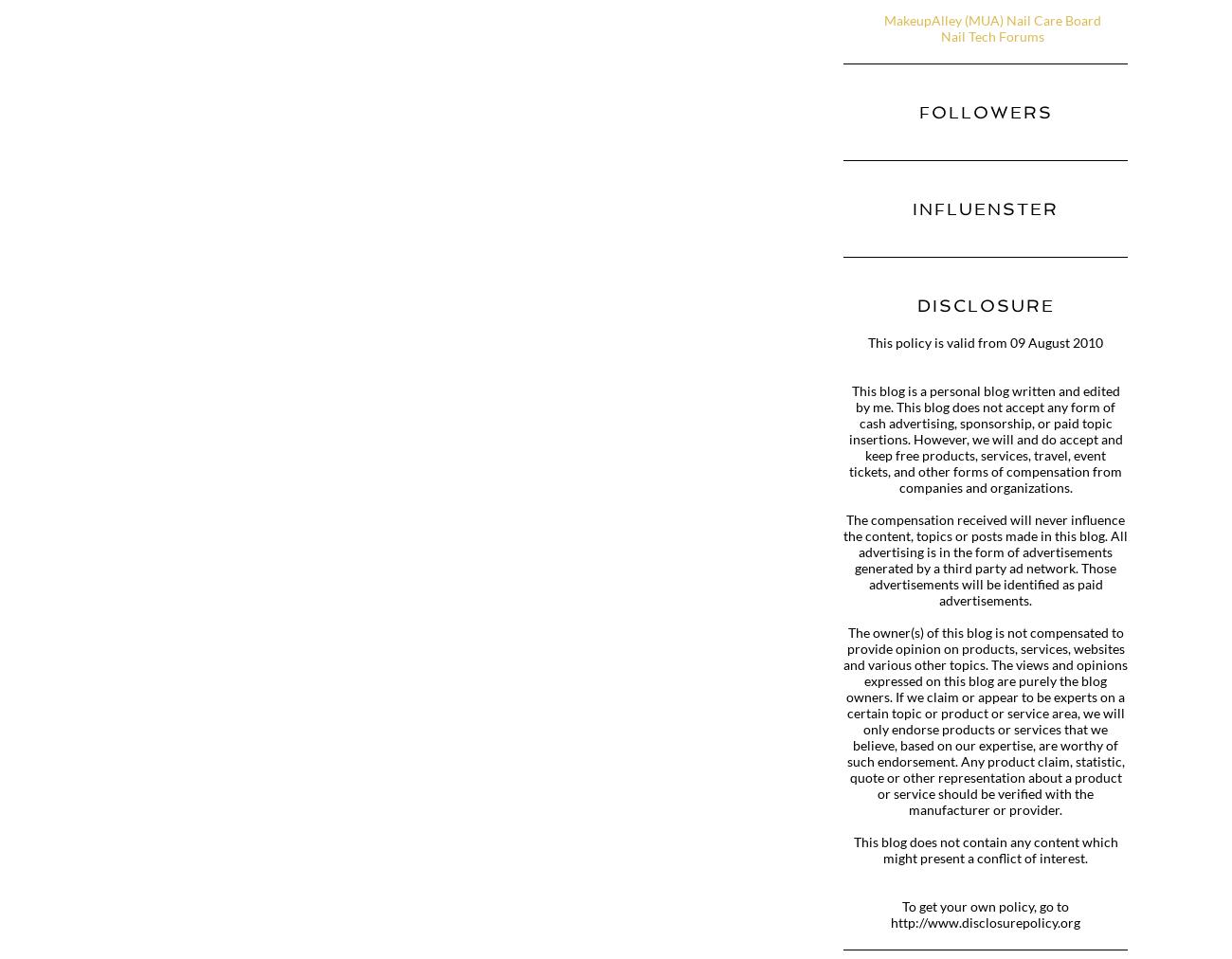  Describe the element at coordinates (986, 914) in the screenshot. I see `'To get your own policy, go to http://www.disclosurepolicy.org'` at that location.